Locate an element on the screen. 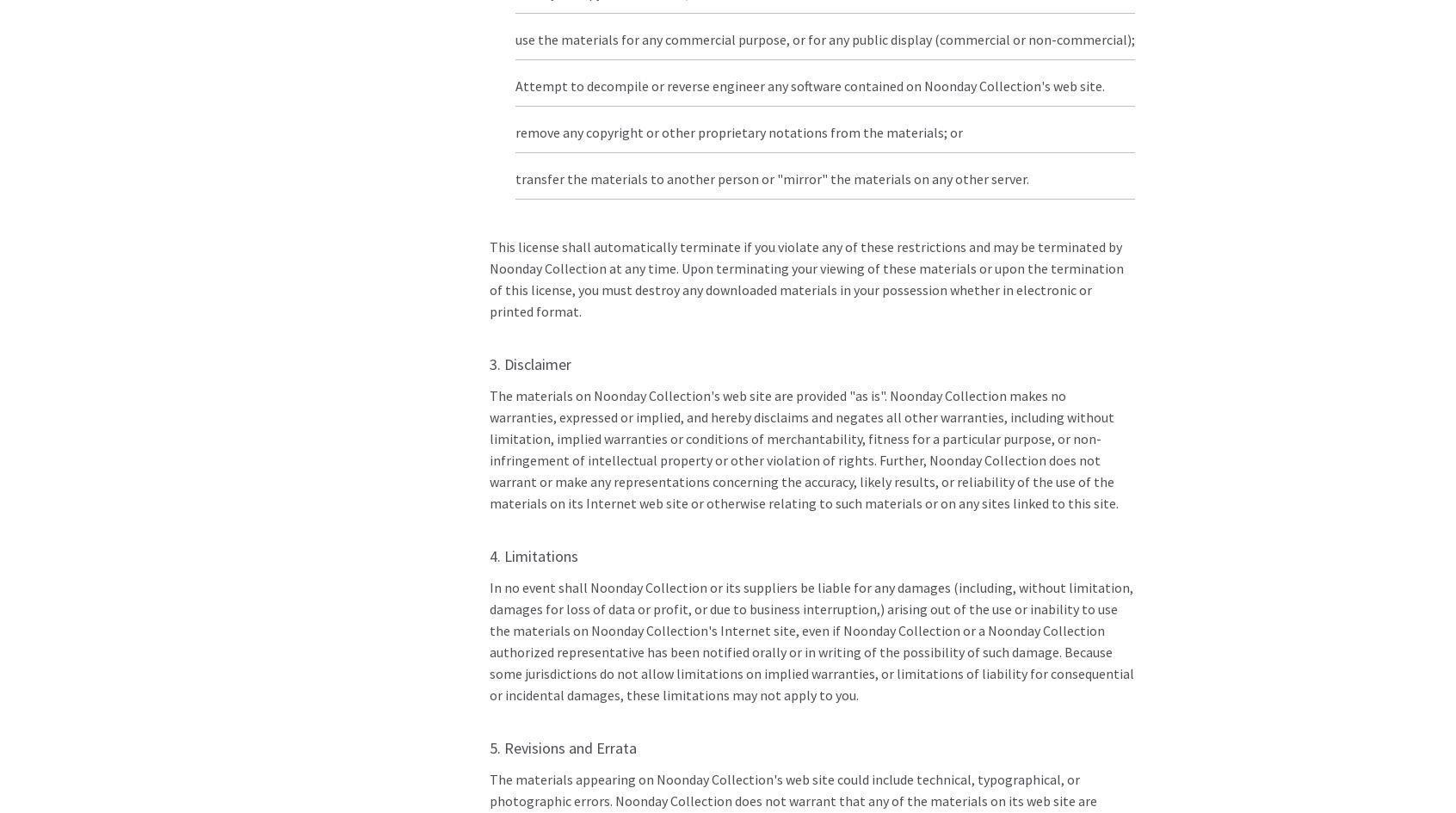  '3. Disclaimer' is located at coordinates (488, 364).